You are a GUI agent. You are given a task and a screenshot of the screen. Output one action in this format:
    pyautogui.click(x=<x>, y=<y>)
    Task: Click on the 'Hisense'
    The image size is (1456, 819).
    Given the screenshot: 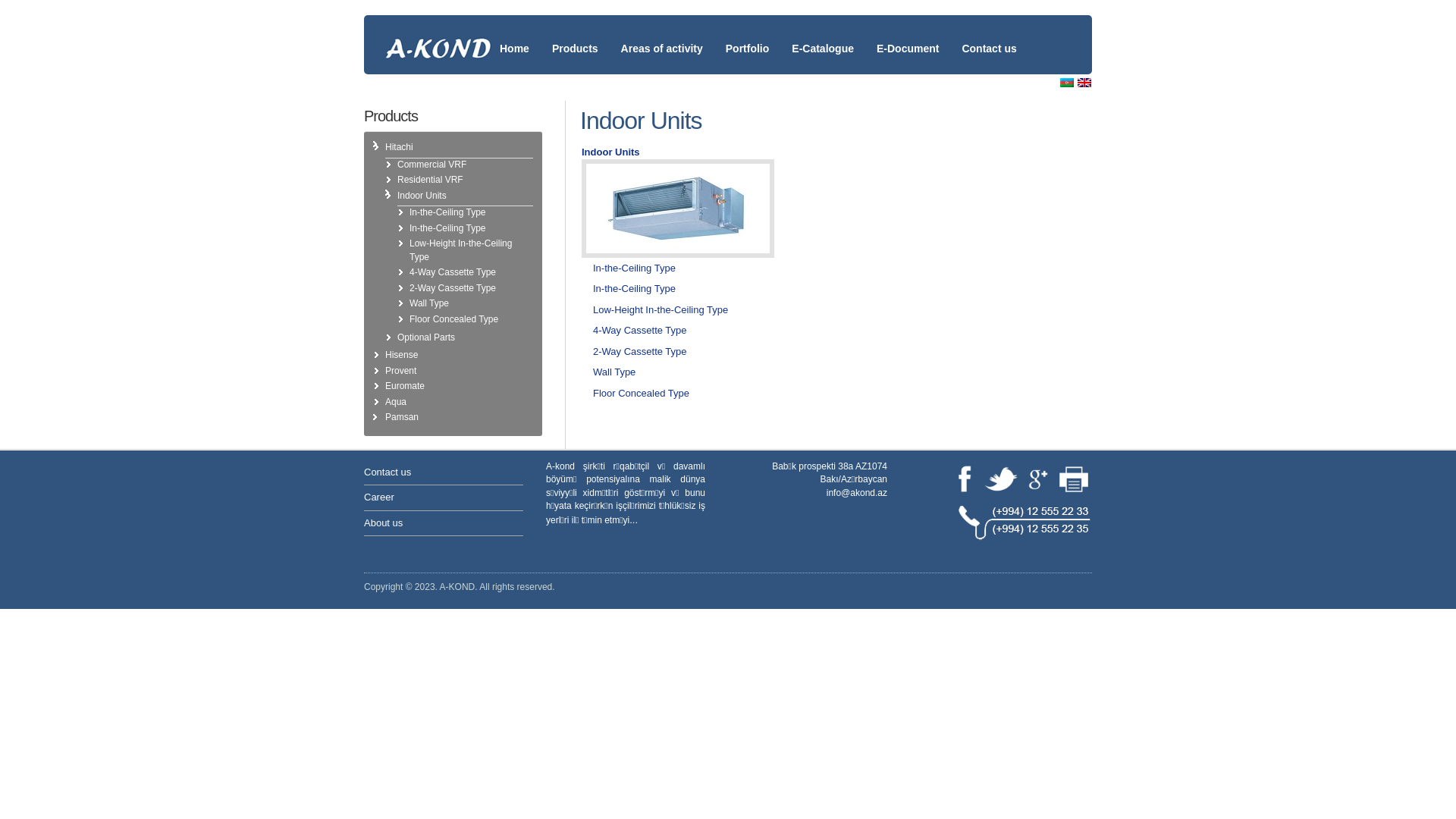 What is the action you would take?
    pyautogui.click(x=401, y=354)
    